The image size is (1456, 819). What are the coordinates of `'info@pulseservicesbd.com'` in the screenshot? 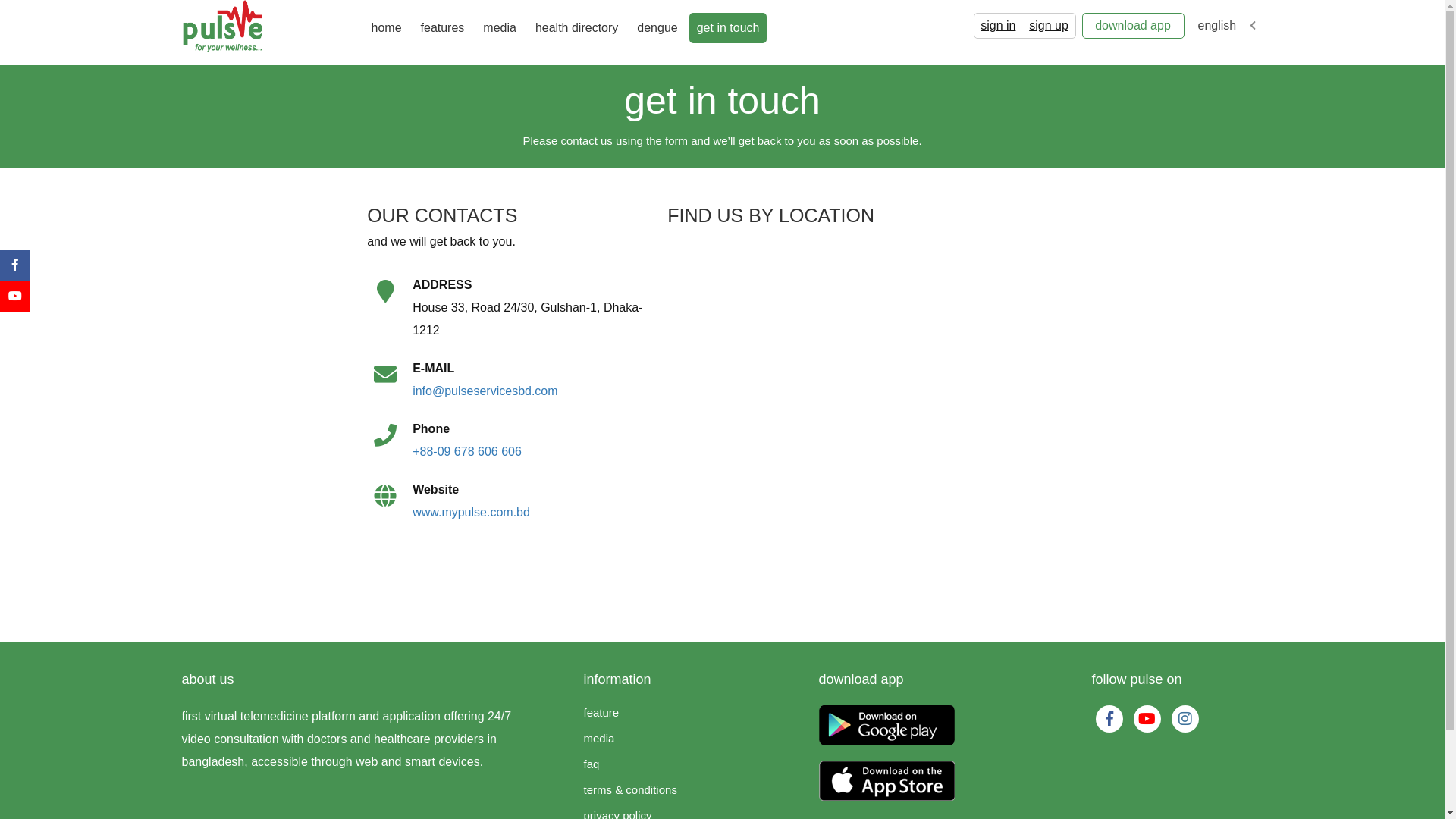 It's located at (484, 389).